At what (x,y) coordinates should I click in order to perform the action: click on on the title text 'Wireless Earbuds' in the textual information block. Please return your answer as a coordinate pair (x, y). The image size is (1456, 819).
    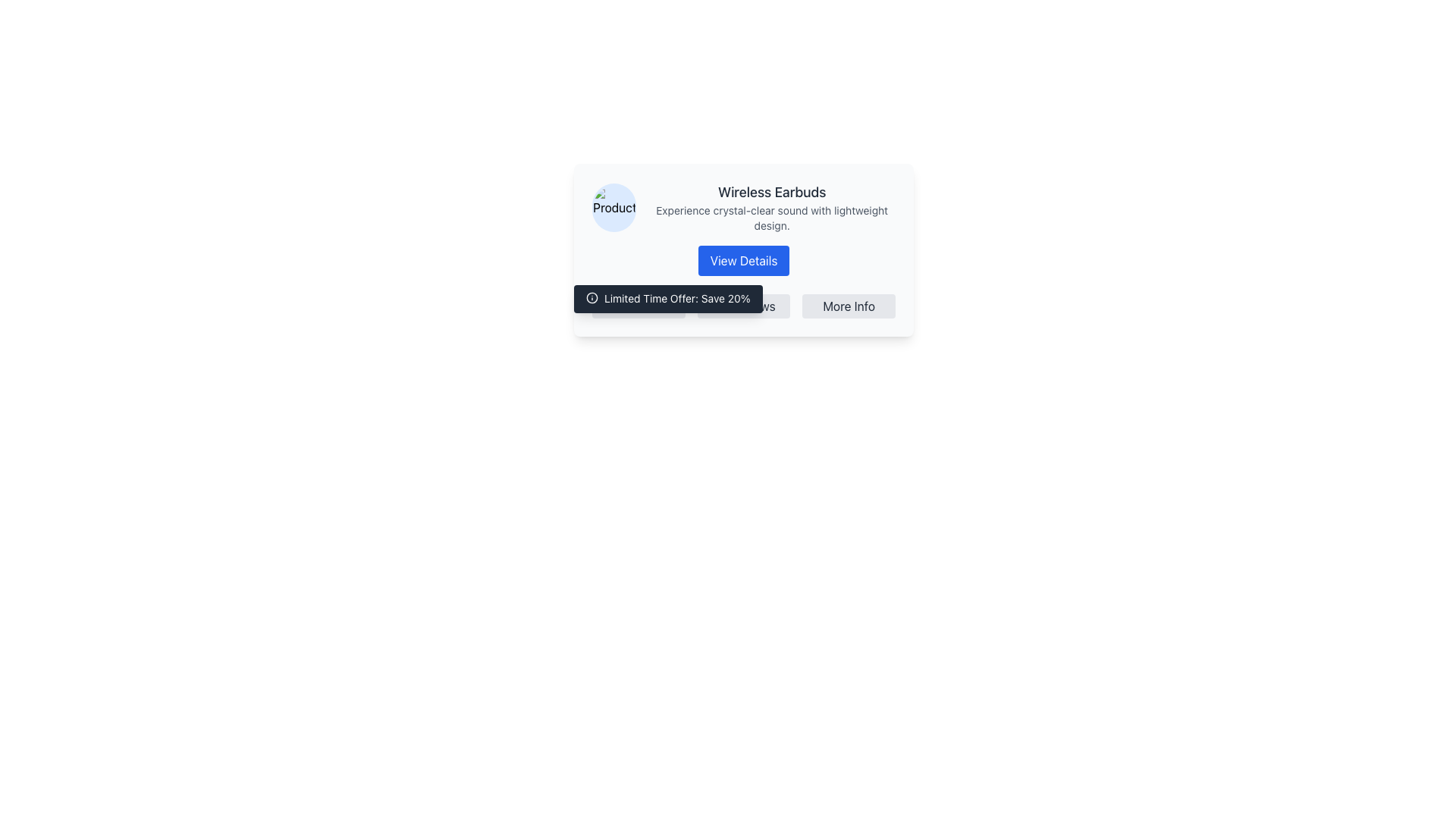
    Looking at the image, I should click on (772, 207).